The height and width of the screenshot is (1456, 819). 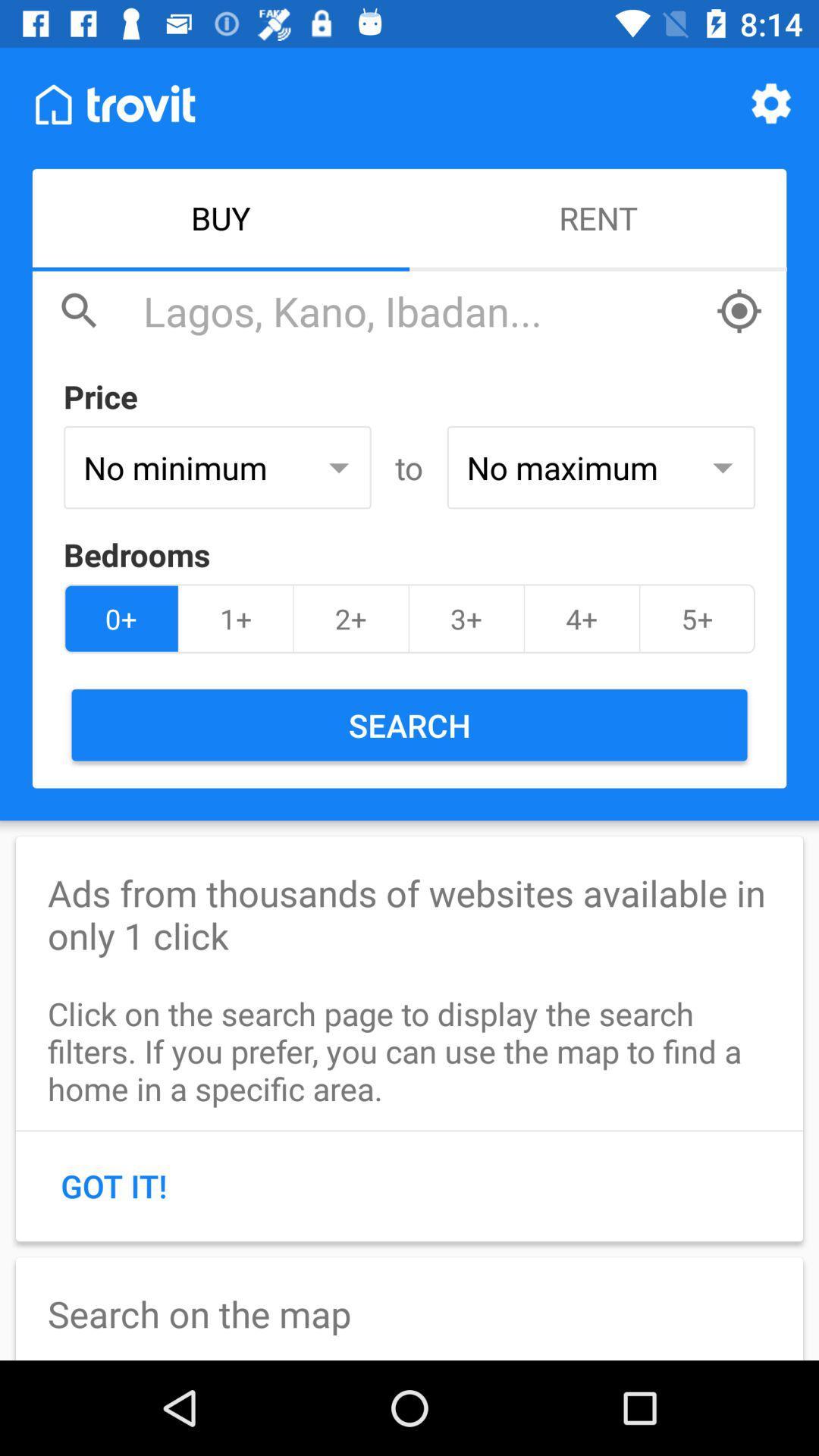 What do you see at coordinates (421, 310) in the screenshot?
I see `search bar` at bounding box center [421, 310].